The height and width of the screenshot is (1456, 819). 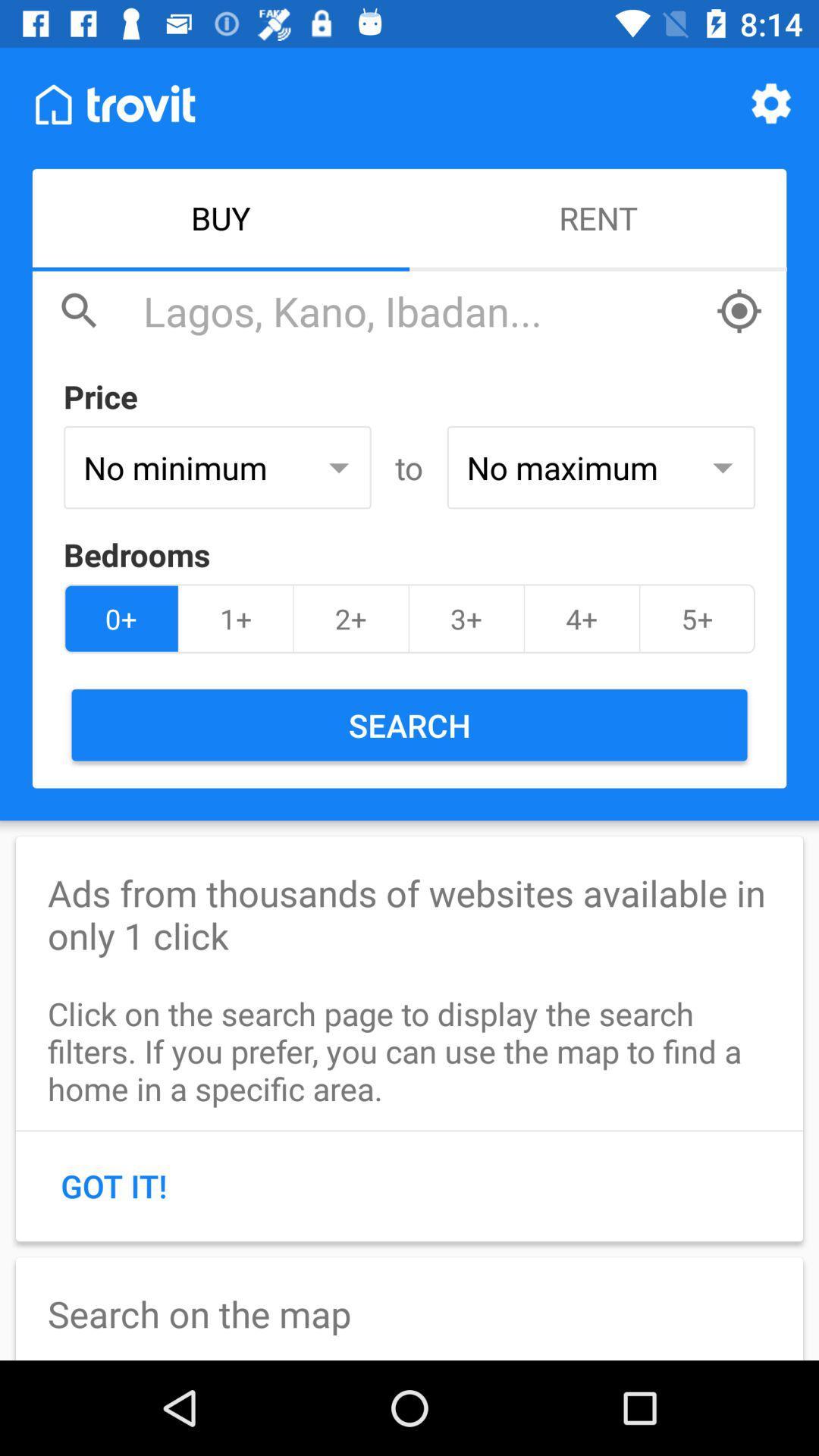 What do you see at coordinates (421, 310) in the screenshot?
I see `search bar` at bounding box center [421, 310].